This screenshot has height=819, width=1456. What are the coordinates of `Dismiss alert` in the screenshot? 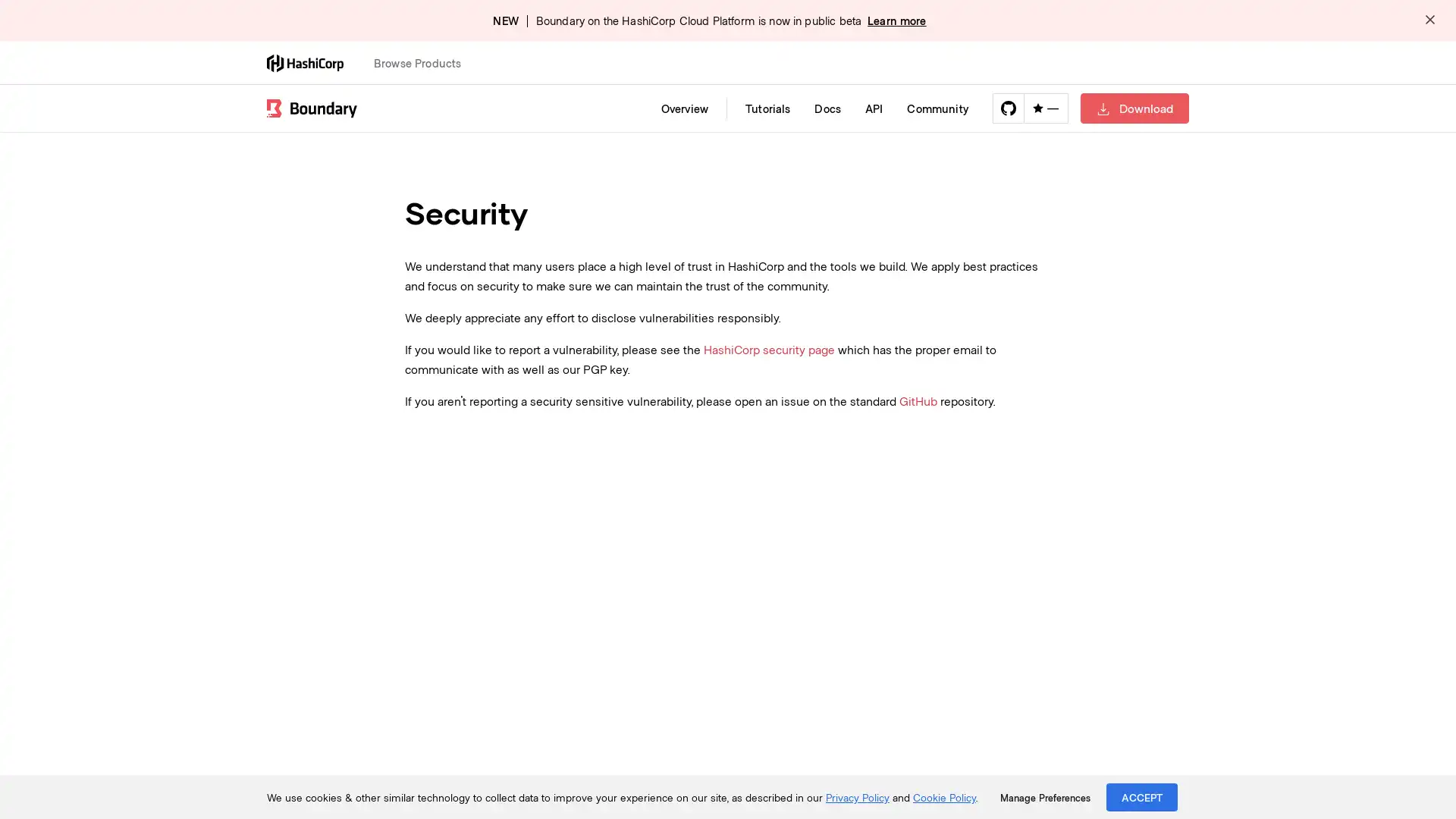 It's located at (1429, 20).